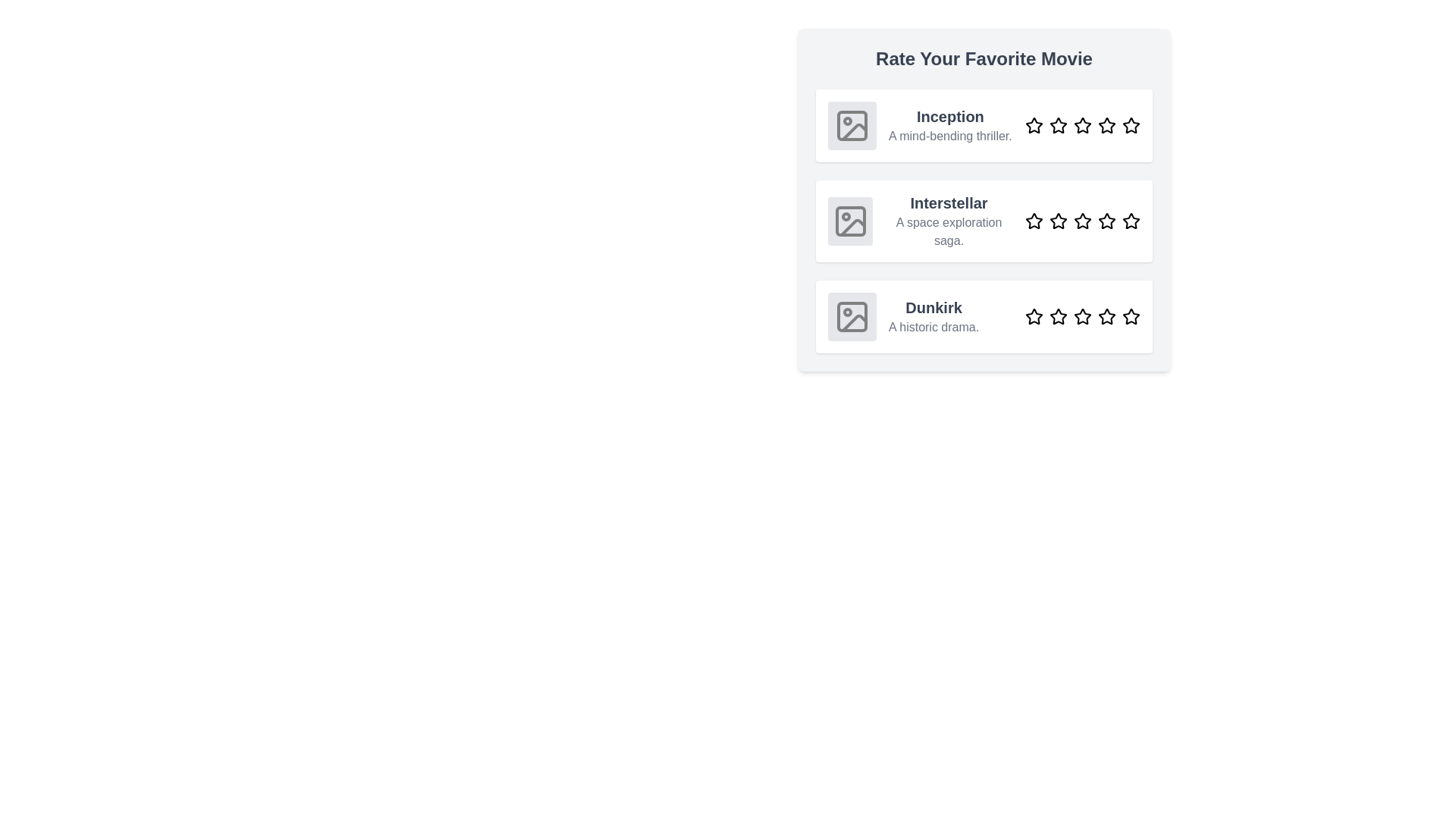 The width and height of the screenshot is (1456, 819). What do you see at coordinates (1033, 221) in the screenshot?
I see `the first rating star in the rating component for the movie 'Interstellar' to record the rating` at bounding box center [1033, 221].